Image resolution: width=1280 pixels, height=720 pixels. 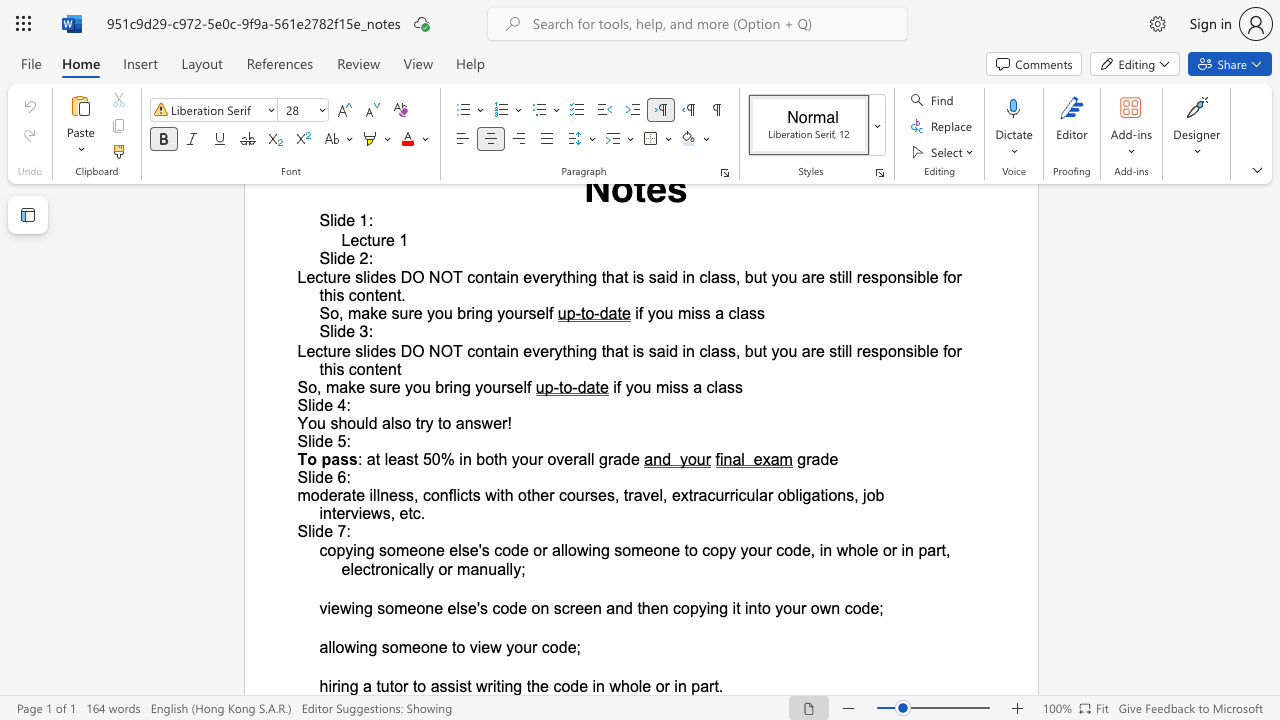 What do you see at coordinates (560, 685) in the screenshot?
I see `the subset text "ode in whole or in pa" within the text "writing the code in whole or in part."` at bounding box center [560, 685].